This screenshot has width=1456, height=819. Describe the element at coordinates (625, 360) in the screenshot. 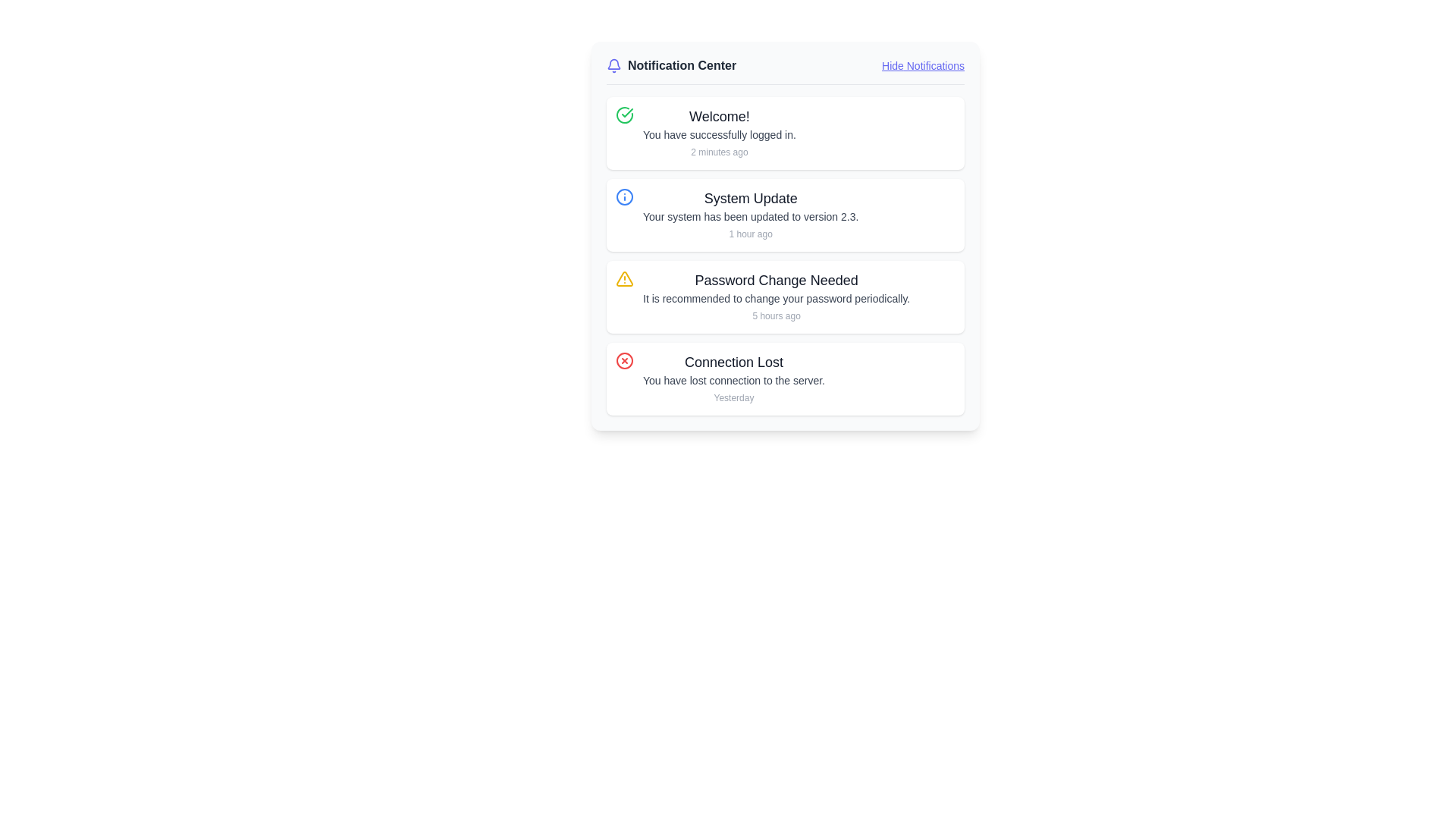

I see `the circular SVG Ellipse component that serves as the background for the 'Connection Lost' notification icon` at that location.